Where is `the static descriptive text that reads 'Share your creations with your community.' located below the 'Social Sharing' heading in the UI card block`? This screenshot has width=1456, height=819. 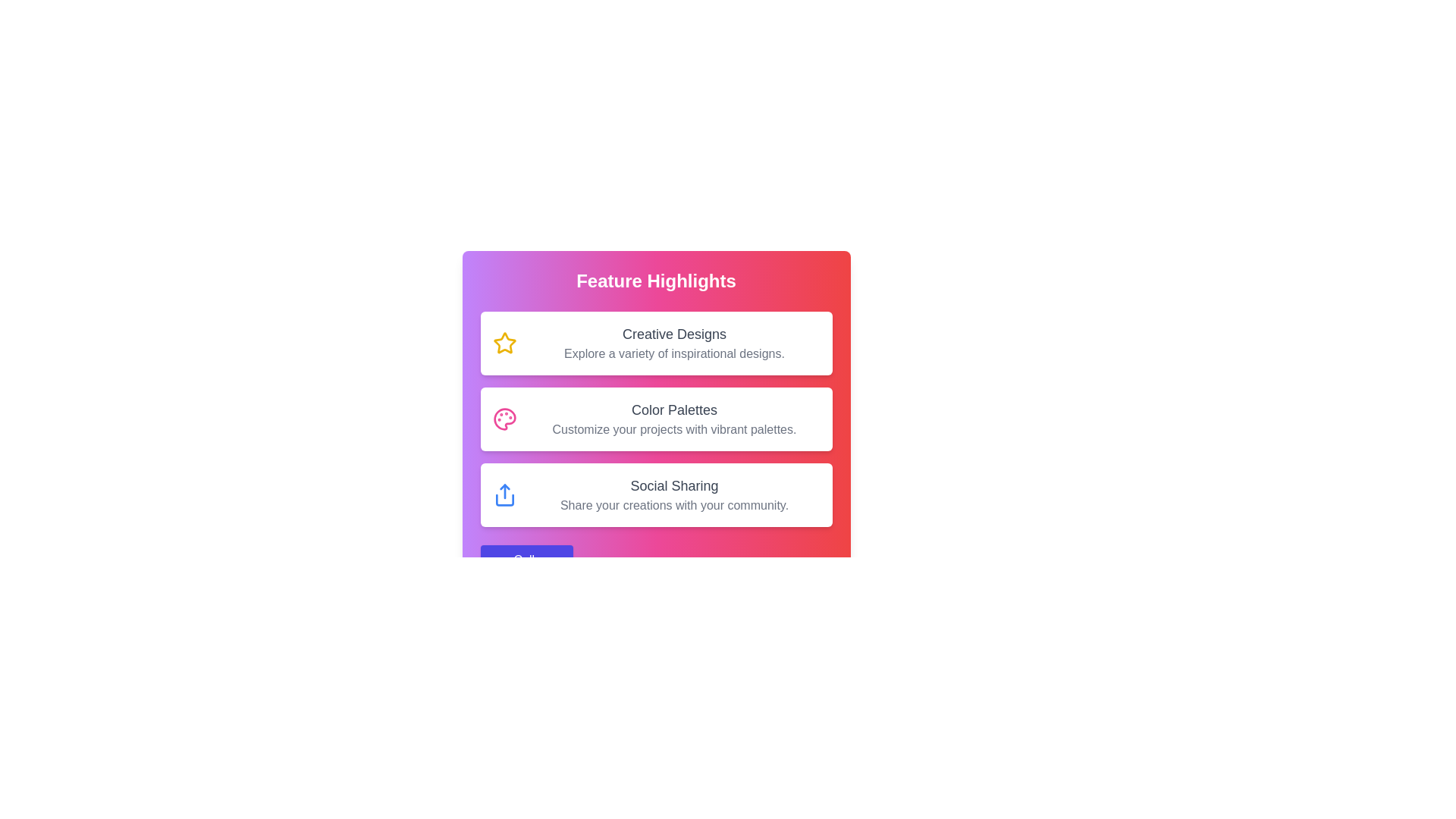 the static descriptive text that reads 'Share your creations with your community.' located below the 'Social Sharing' heading in the UI card block is located at coordinates (673, 506).